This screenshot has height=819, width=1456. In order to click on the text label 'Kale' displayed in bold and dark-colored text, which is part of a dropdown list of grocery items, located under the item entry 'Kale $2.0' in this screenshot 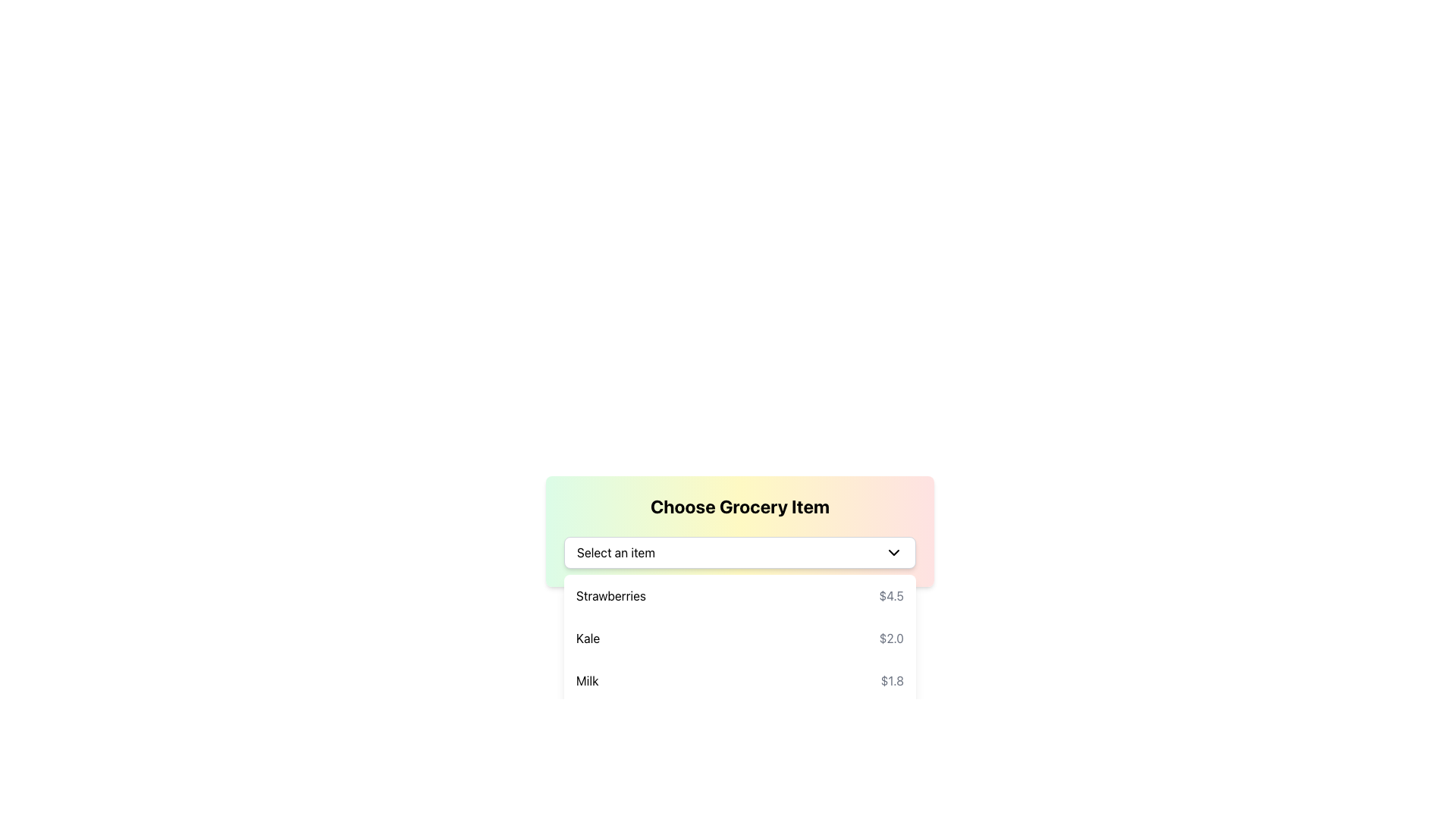, I will do `click(587, 638)`.